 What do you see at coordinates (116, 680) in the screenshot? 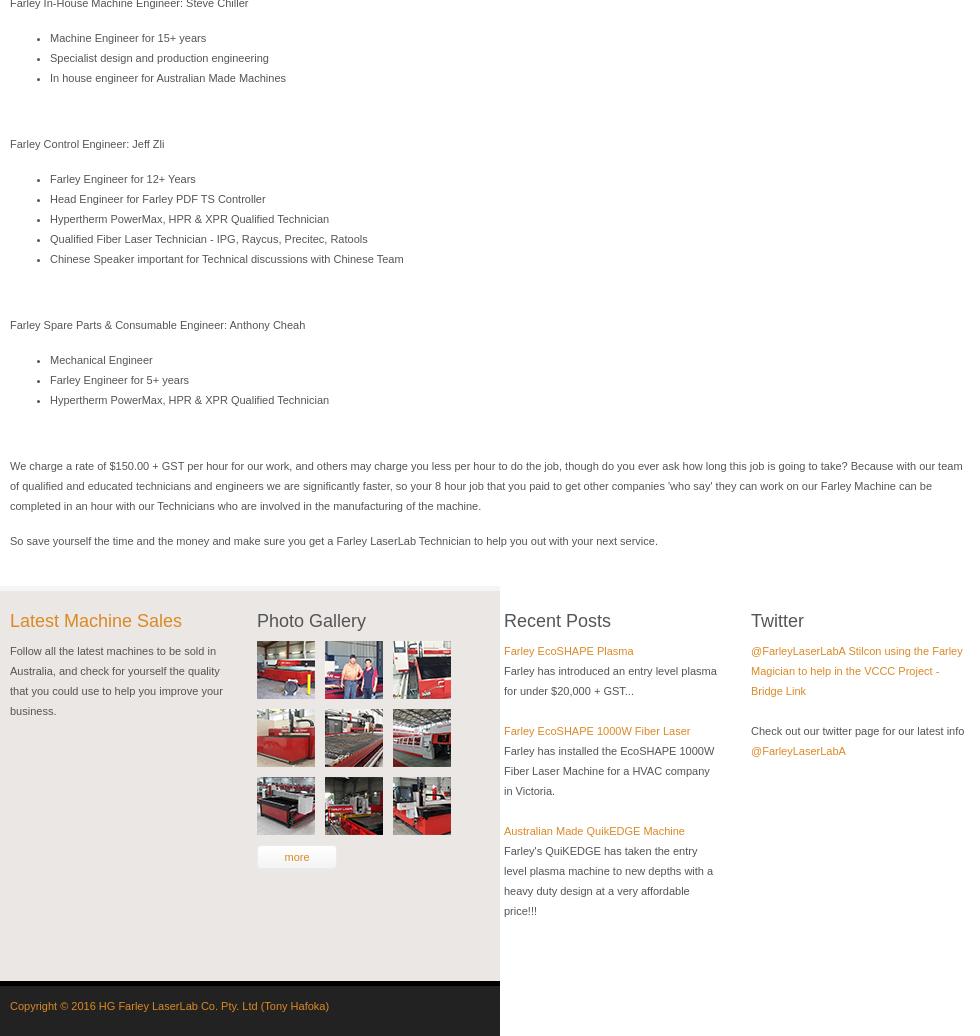
I see `'Follow all the latest machines to be sold in Australia, and check for yourself the quality that you could use to help you improve your business.'` at bounding box center [116, 680].